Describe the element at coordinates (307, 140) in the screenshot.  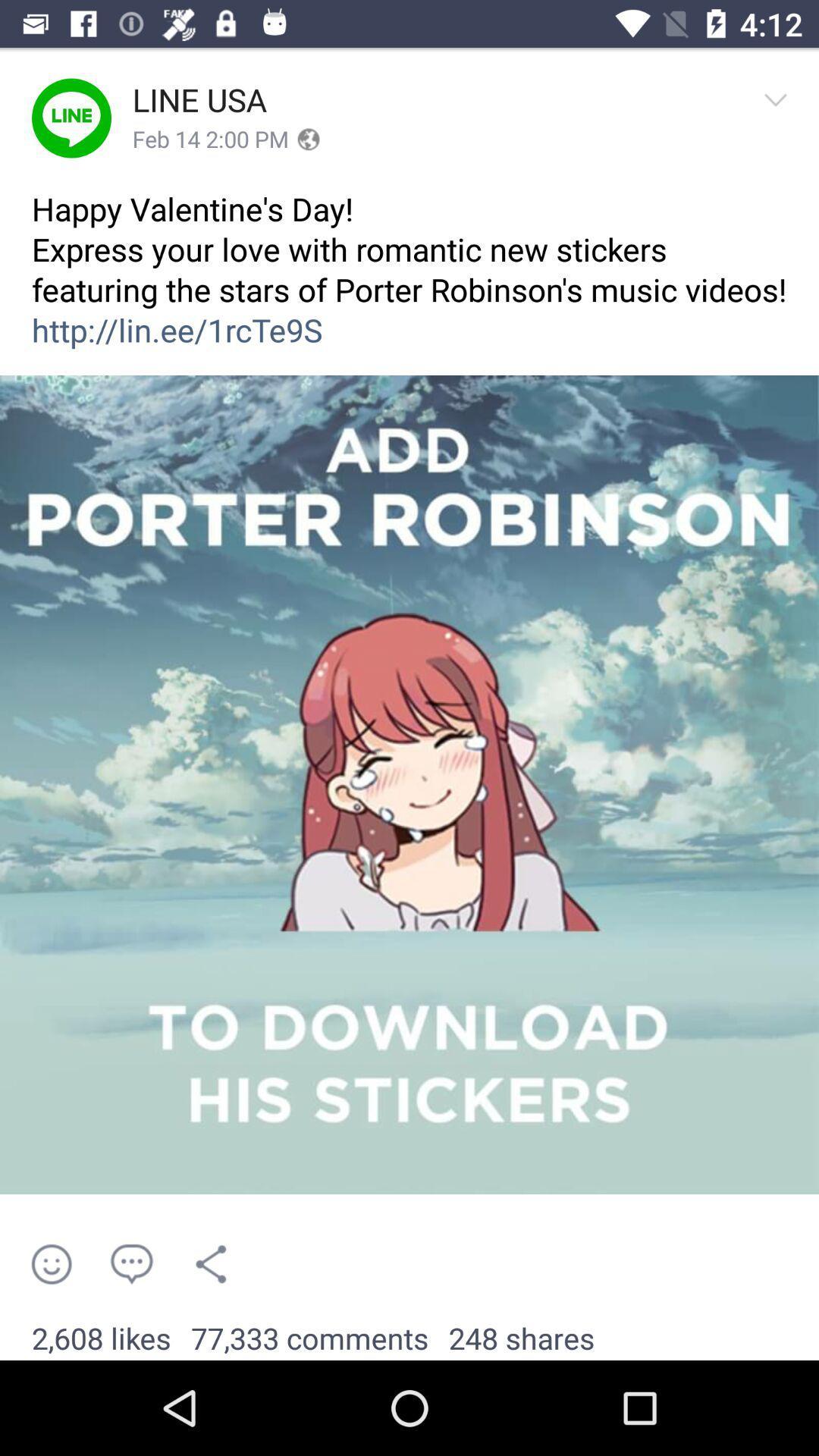
I see `the icon next to feb 14 2` at that location.